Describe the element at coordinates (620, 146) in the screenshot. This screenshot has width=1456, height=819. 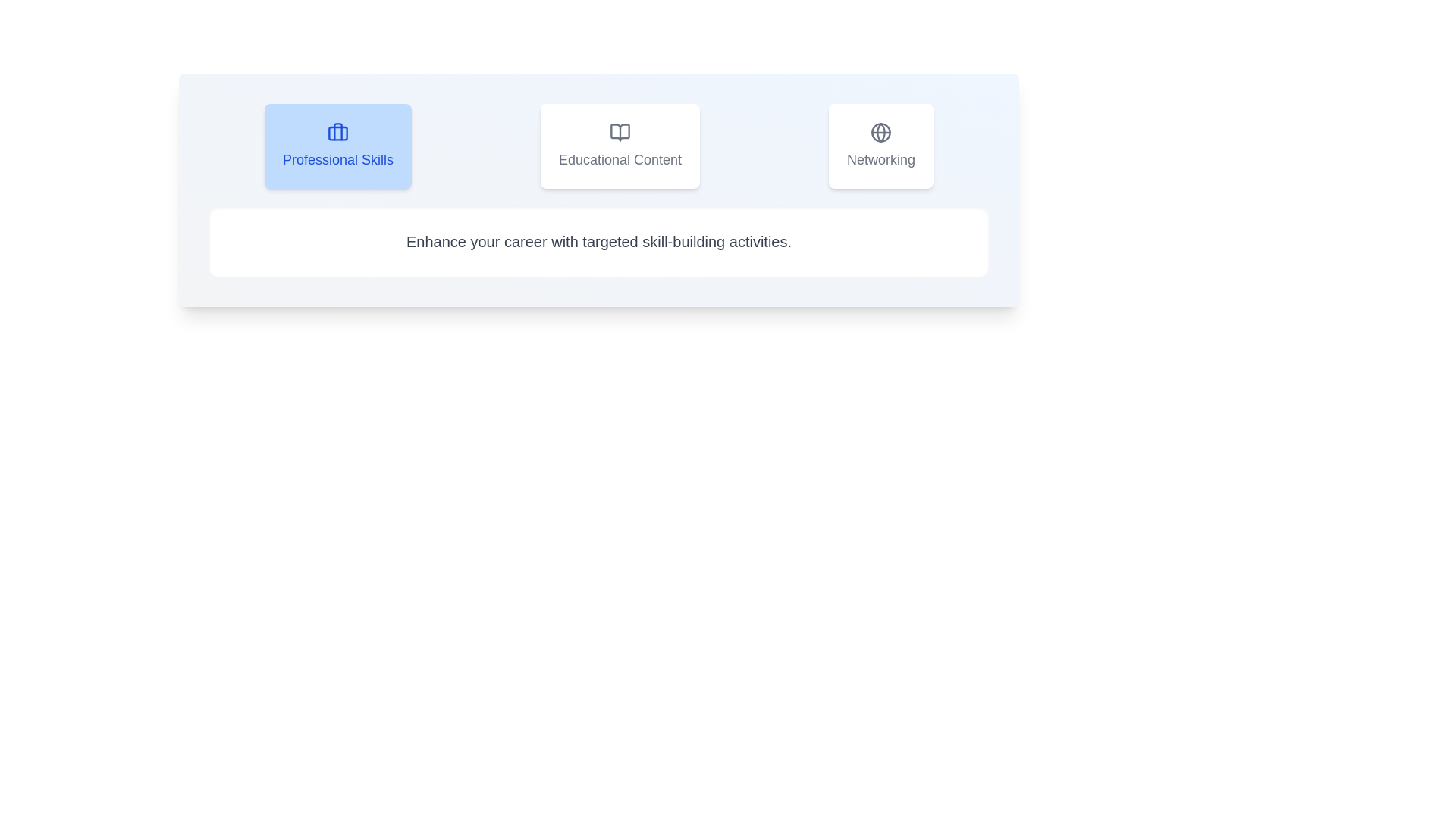
I see `the Educational Content tab to observe its hover effects` at that location.